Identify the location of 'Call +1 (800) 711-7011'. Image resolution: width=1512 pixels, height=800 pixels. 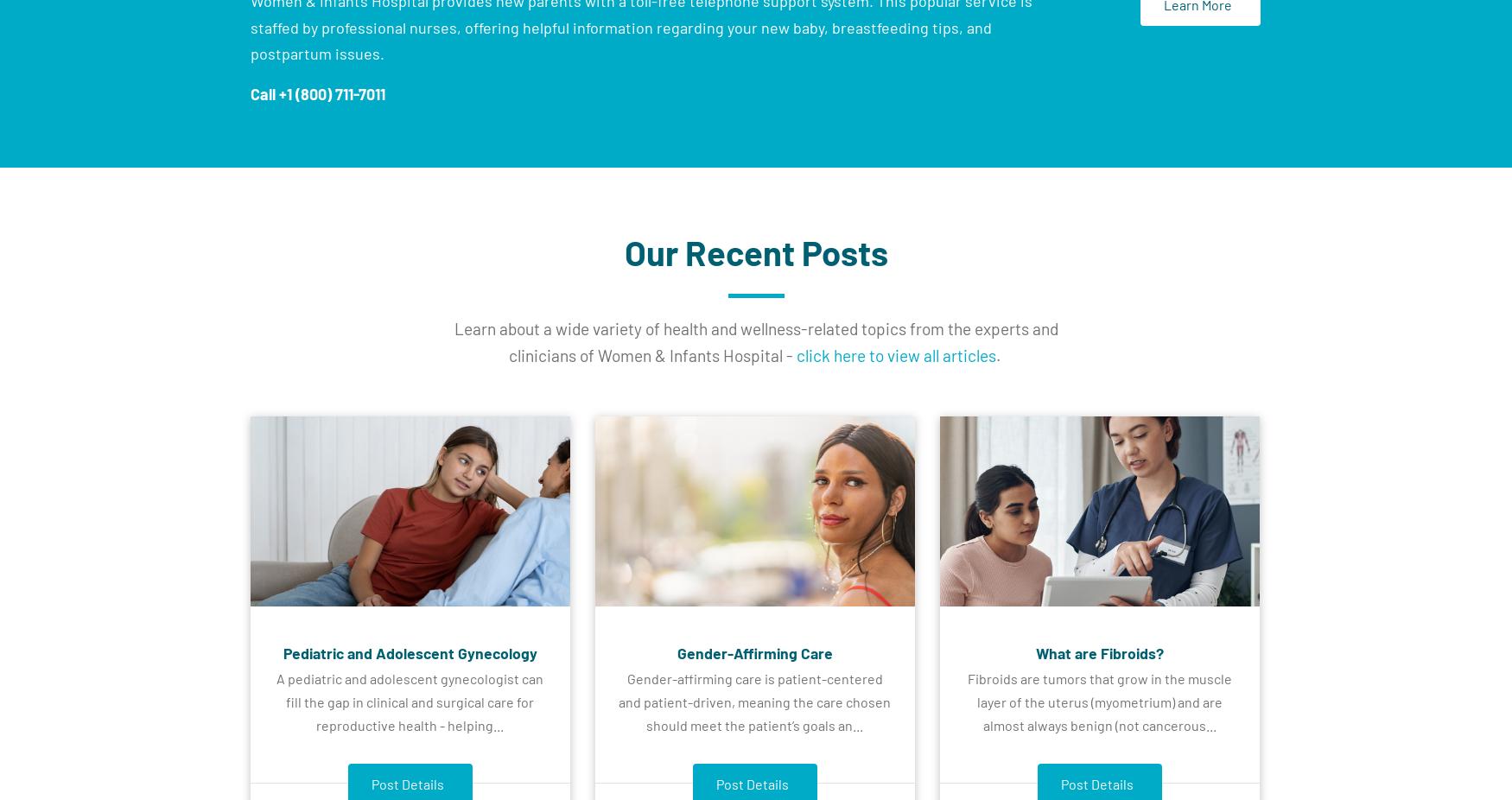
(318, 92).